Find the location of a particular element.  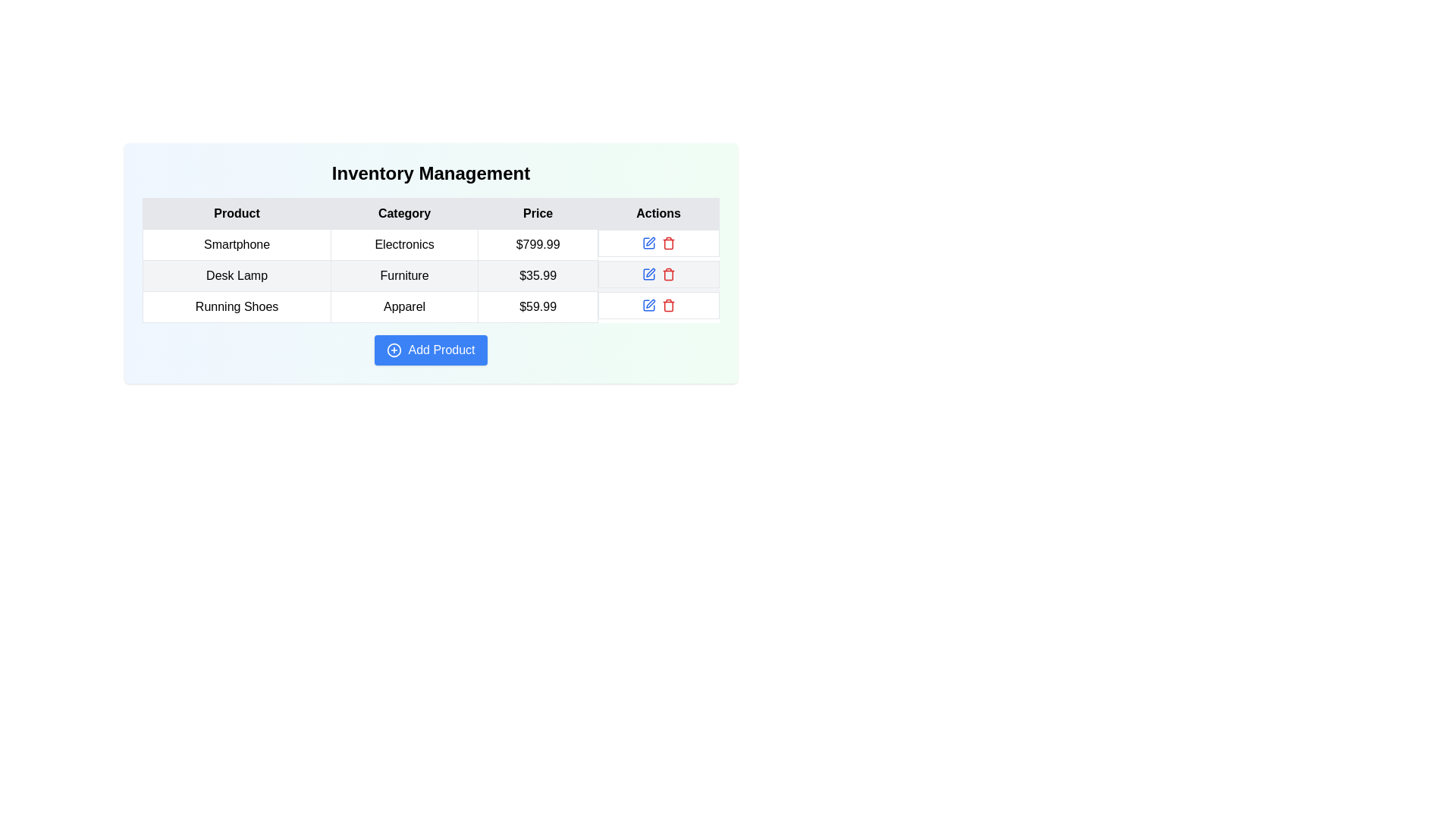

text content of the 'Electronics' label located in the second cell of the 'Category' column under the 'Smartphone' row is located at coordinates (404, 244).